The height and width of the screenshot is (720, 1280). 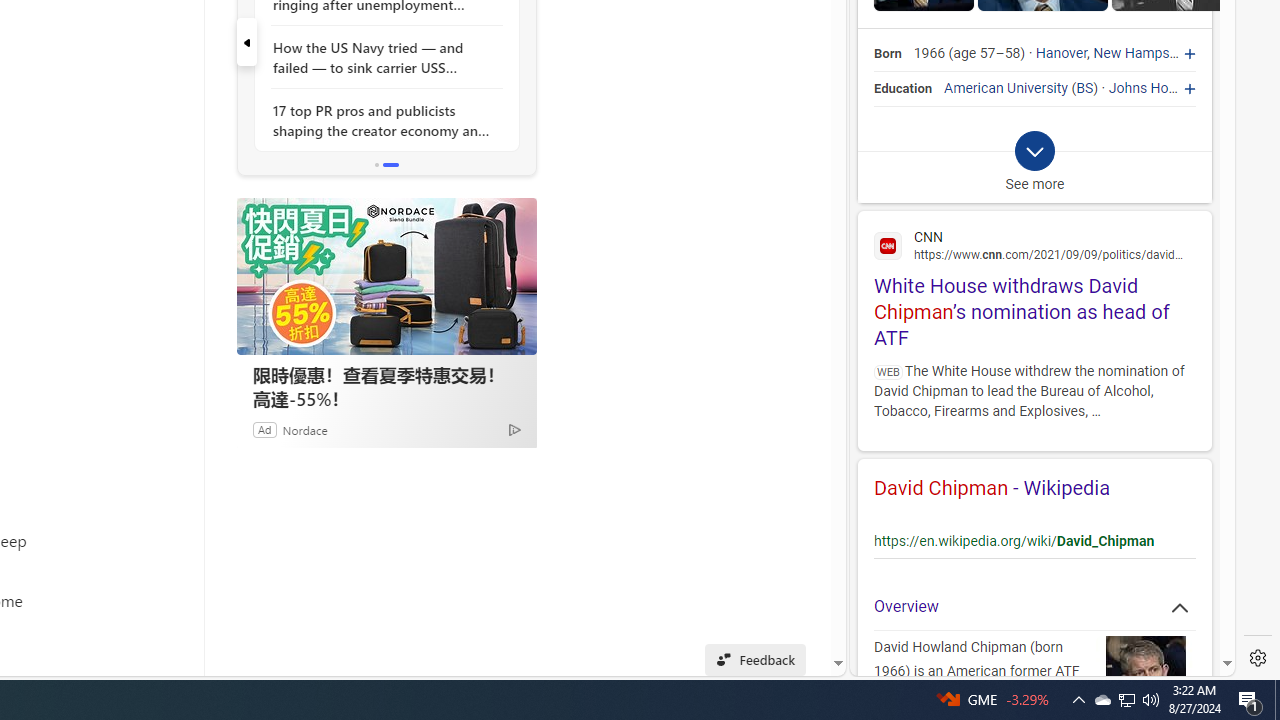 I want to click on 'Ad Choice', so click(x=514, y=428).